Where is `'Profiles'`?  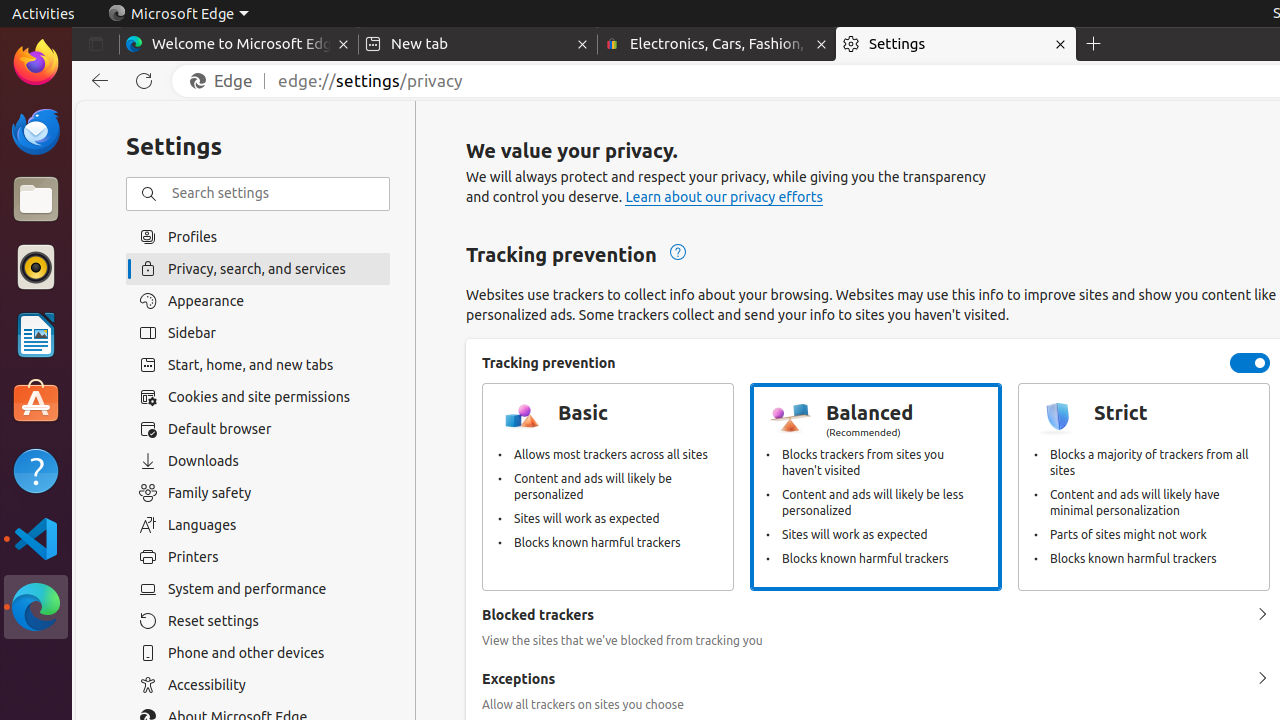 'Profiles' is located at coordinates (257, 236).